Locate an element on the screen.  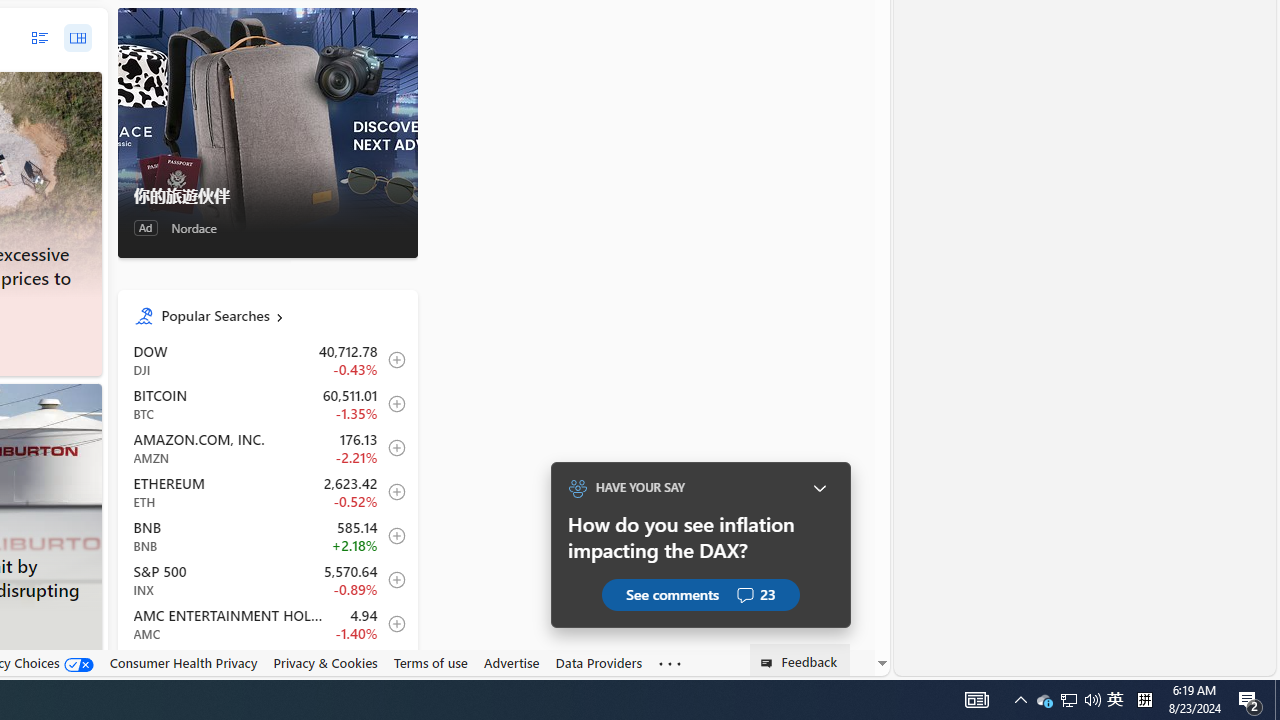
'Class: feedback_link_icon-DS-EntryPoint1-1' is located at coordinates (769, 663).